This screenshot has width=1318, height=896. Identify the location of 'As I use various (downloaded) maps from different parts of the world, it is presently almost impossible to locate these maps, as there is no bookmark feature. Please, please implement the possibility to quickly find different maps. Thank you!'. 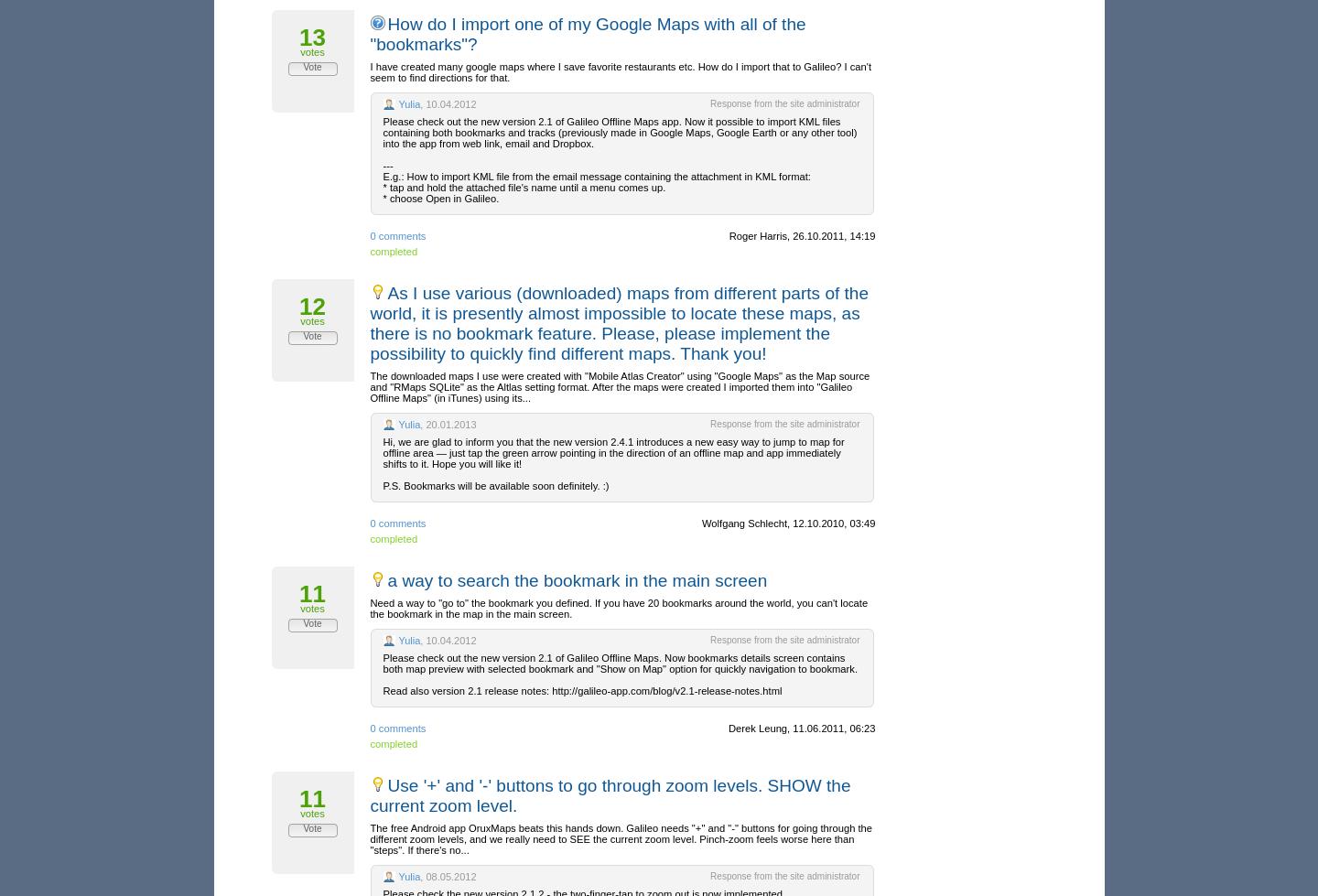
(619, 323).